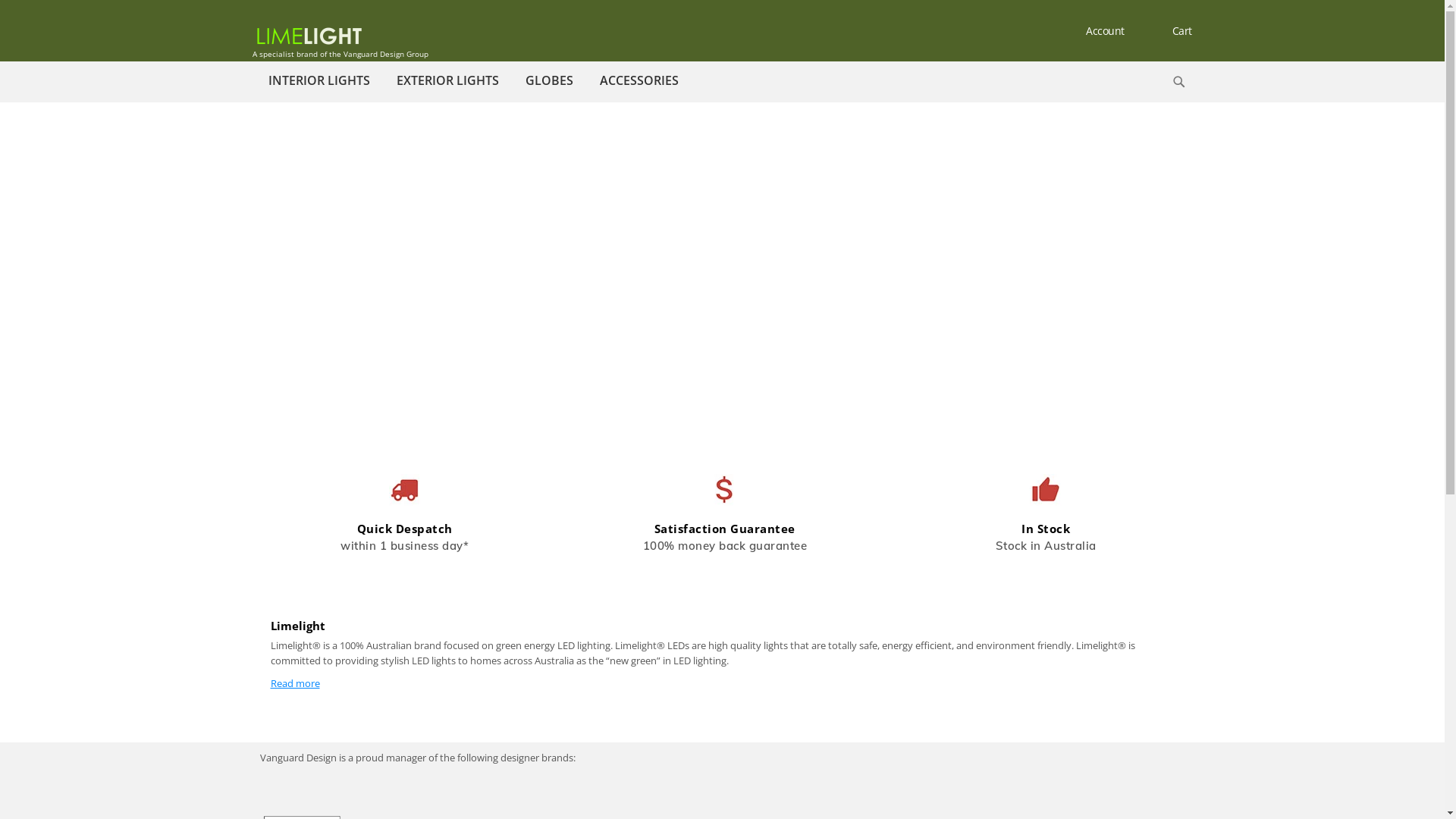  What do you see at coordinates (385, 80) in the screenshot?
I see `'EXTERIOR LIGHTS'` at bounding box center [385, 80].